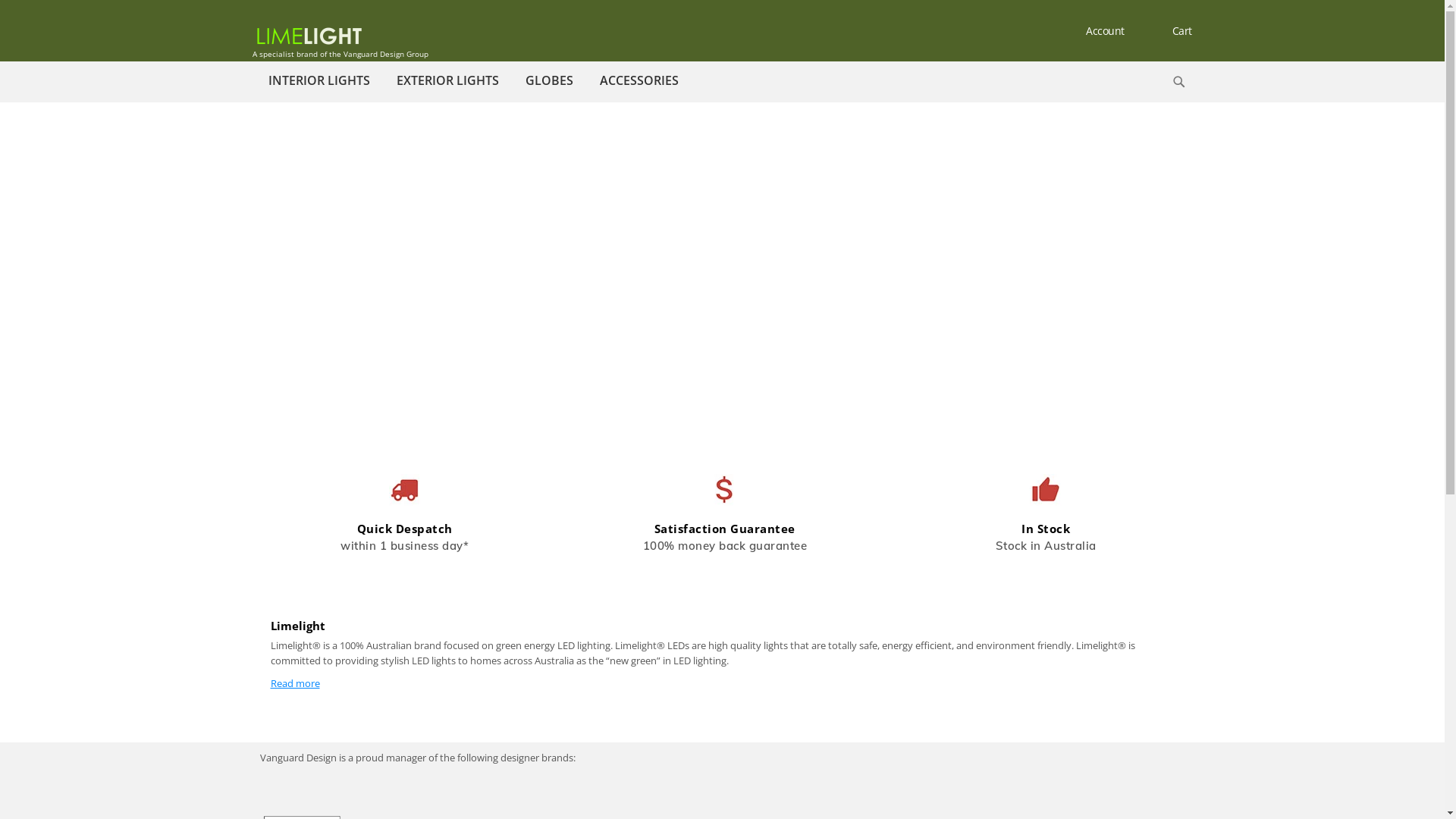  What do you see at coordinates (385, 80) in the screenshot?
I see `'EXTERIOR LIGHTS'` at bounding box center [385, 80].